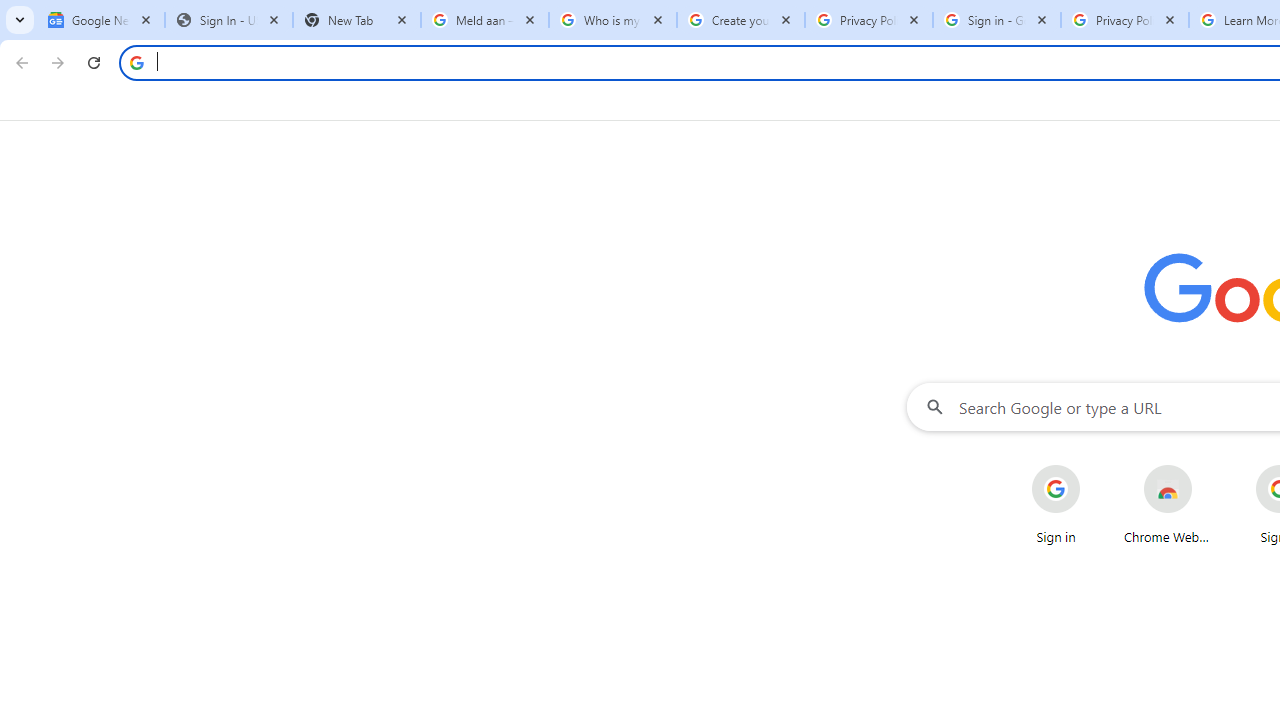  What do you see at coordinates (229, 20) in the screenshot?
I see `'Sign In - USA TODAY'` at bounding box center [229, 20].